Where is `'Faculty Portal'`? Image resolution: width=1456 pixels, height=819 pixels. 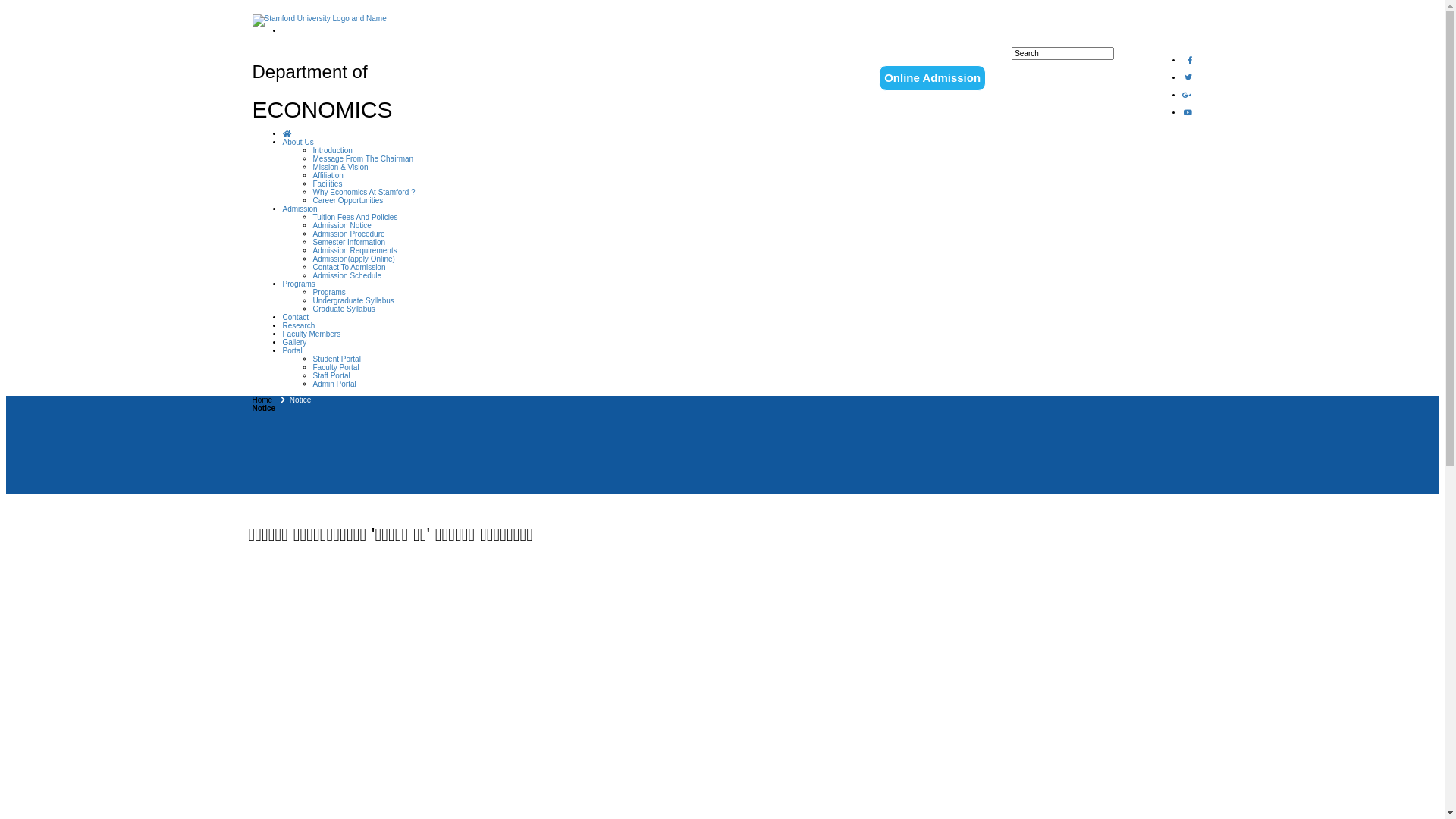
'Faculty Portal' is located at coordinates (334, 367).